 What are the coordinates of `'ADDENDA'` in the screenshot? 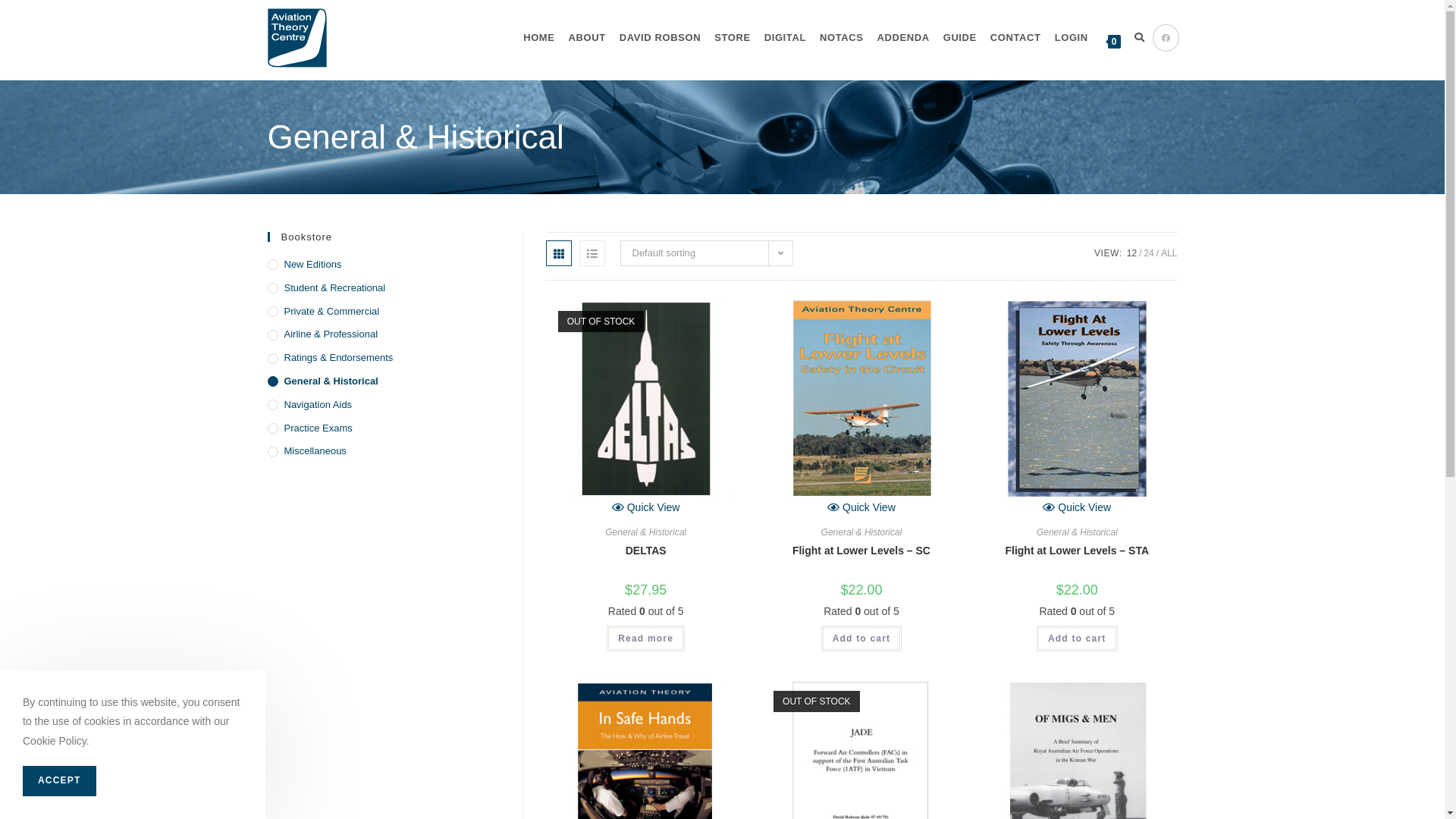 It's located at (902, 37).